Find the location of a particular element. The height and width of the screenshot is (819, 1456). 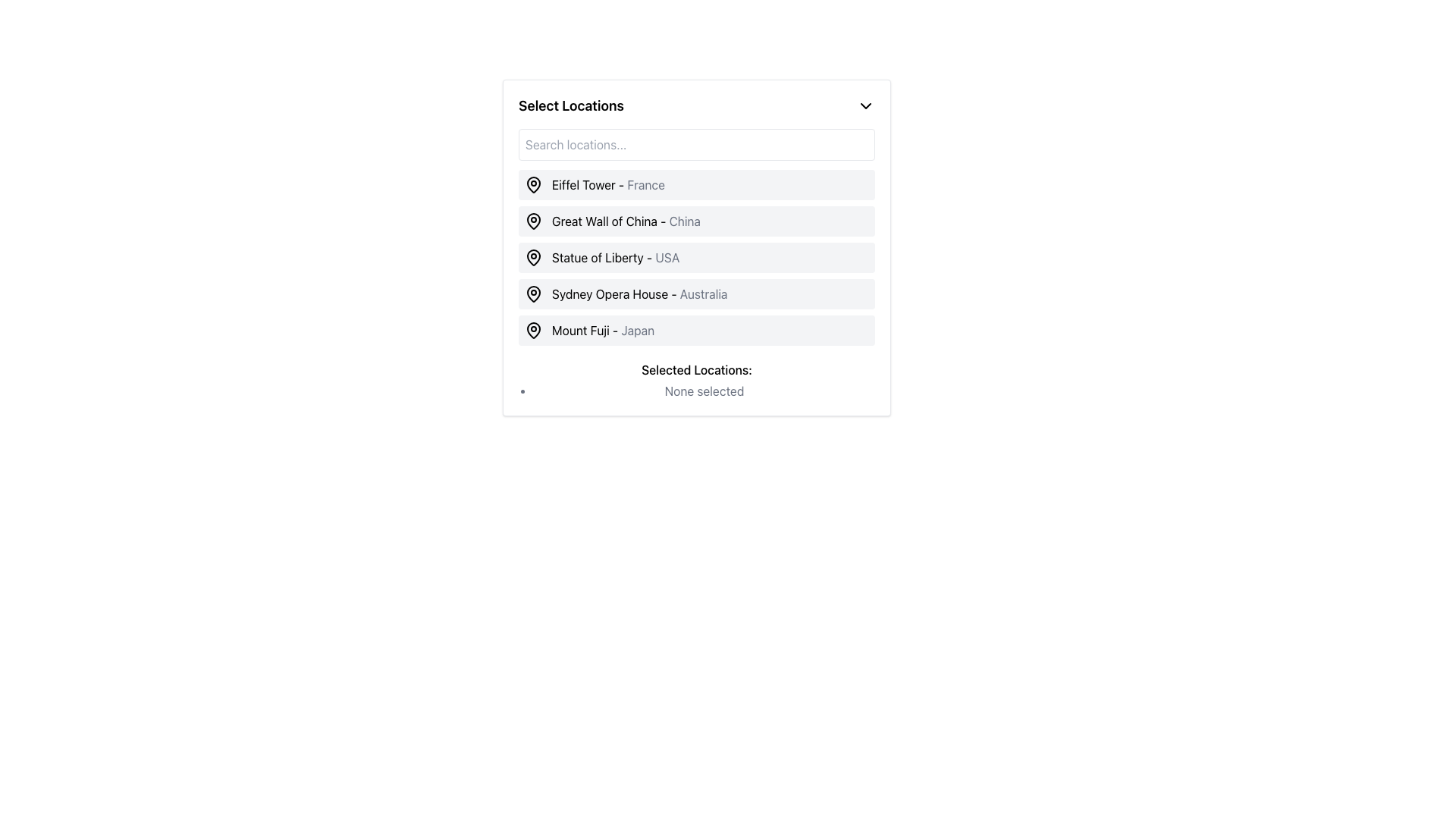

the pin icon associated with 'Mount Fuji - Japan' in the 'Select Locations' panel, which is the fifth item in the list is located at coordinates (534, 329).